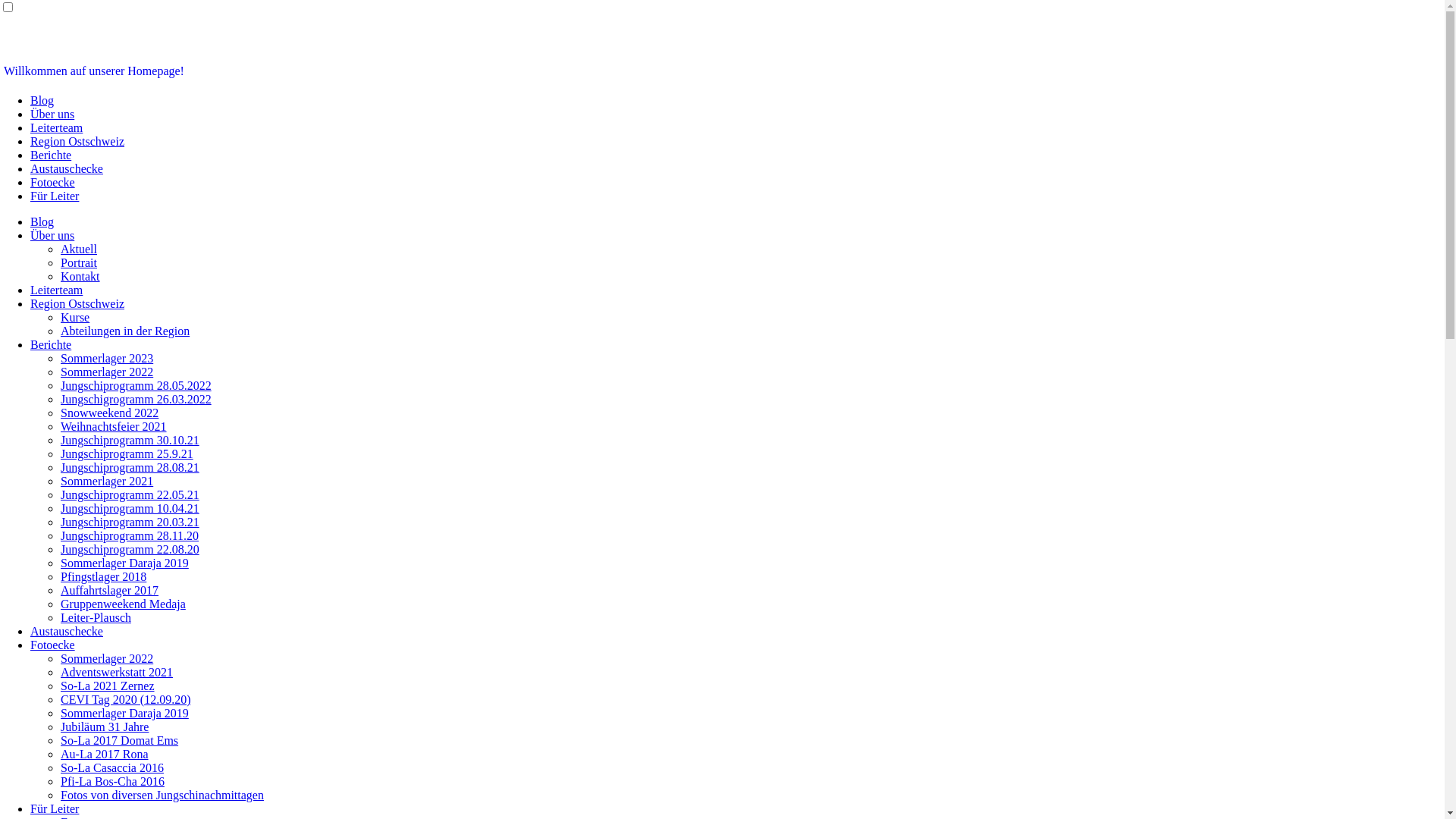 The image size is (1456, 819). Describe the element at coordinates (127, 453) in the screenshot. I see `'Jungschiprogramm 25.9.21'` at that location.